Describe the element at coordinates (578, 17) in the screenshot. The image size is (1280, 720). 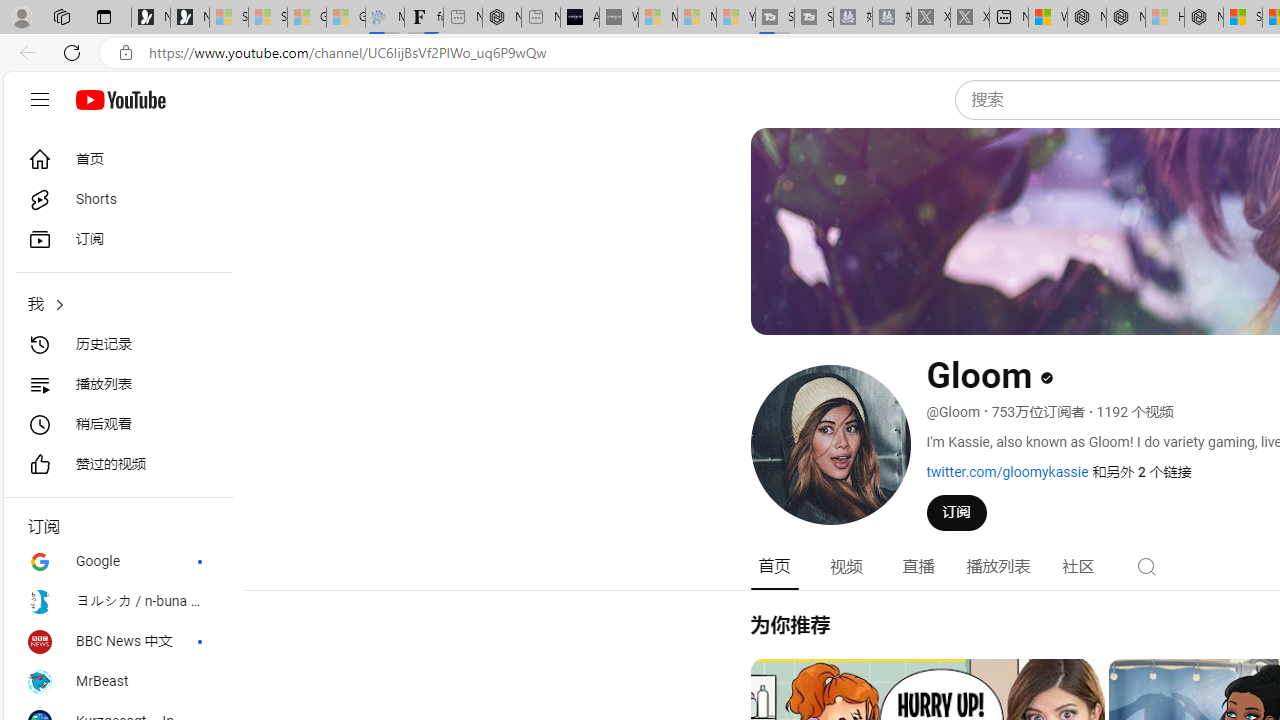
I see `'AI Voice Changer for PC and Mac - Voice.ai'` at that location.